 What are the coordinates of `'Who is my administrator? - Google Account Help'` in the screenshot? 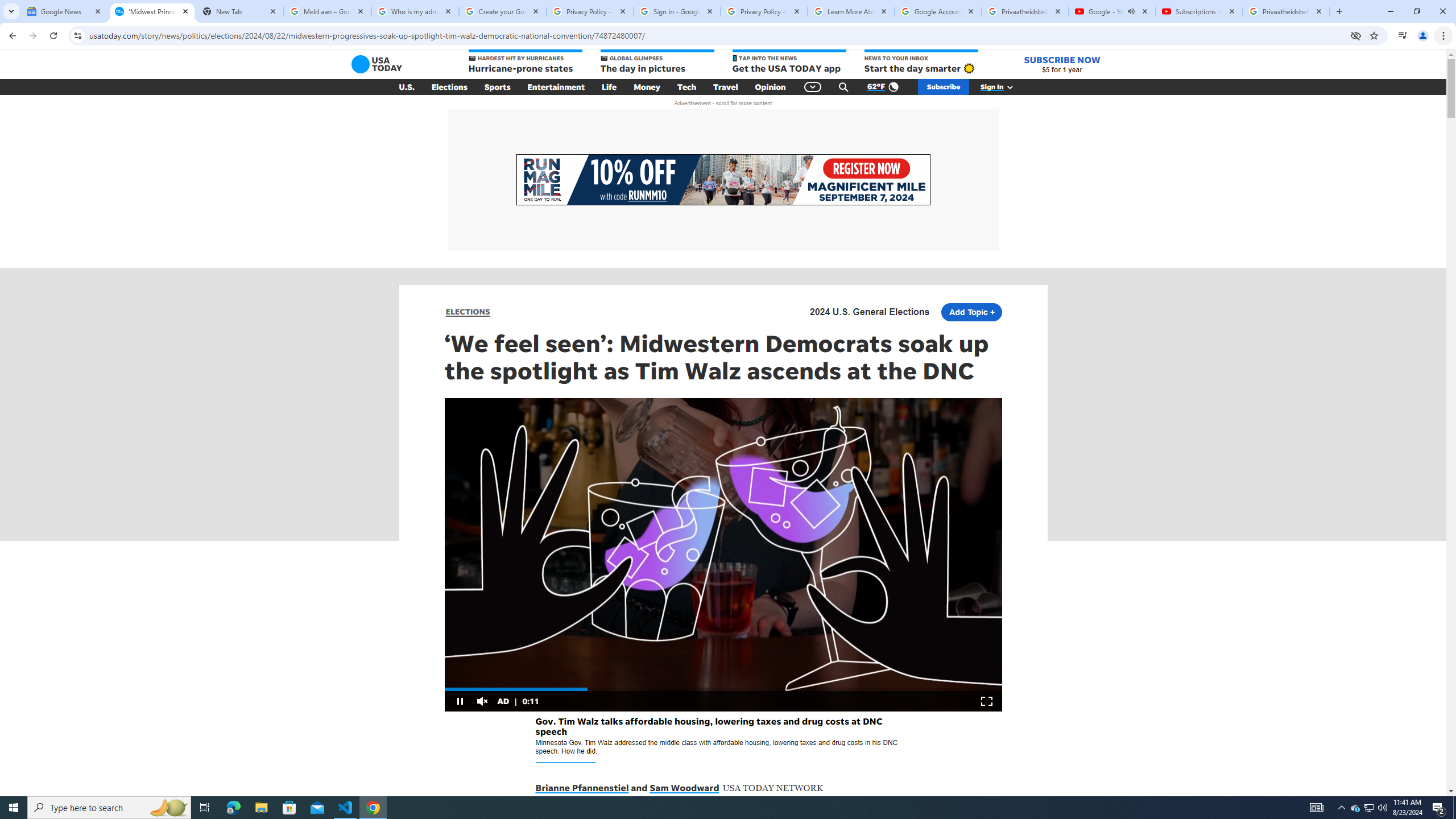 It's located at (415, 11).